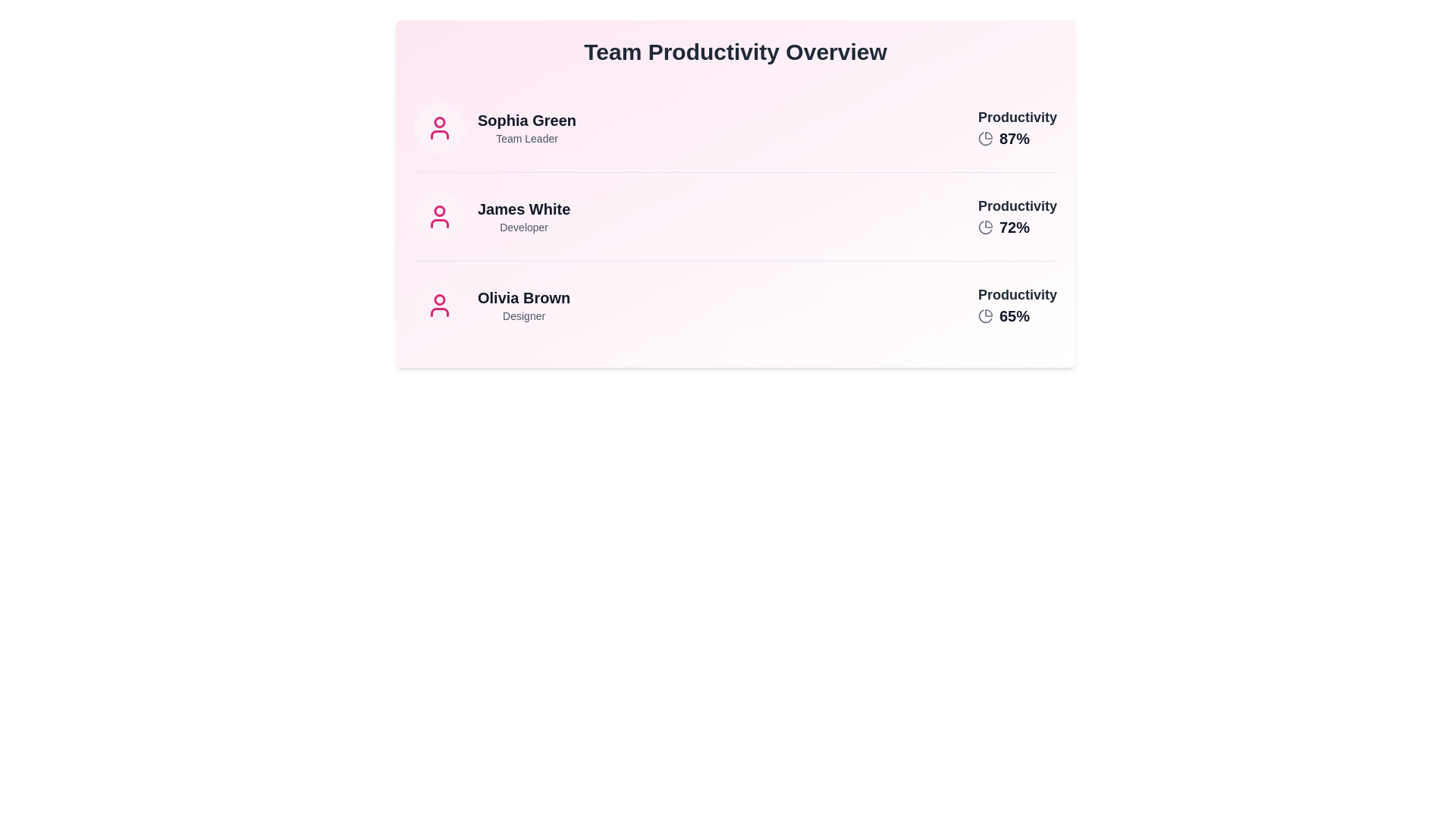  Describe the element at coordinates (439, 127) in the screenshot. I see `the profile icon with a pink background representing 'Sophia Green'` at that location.